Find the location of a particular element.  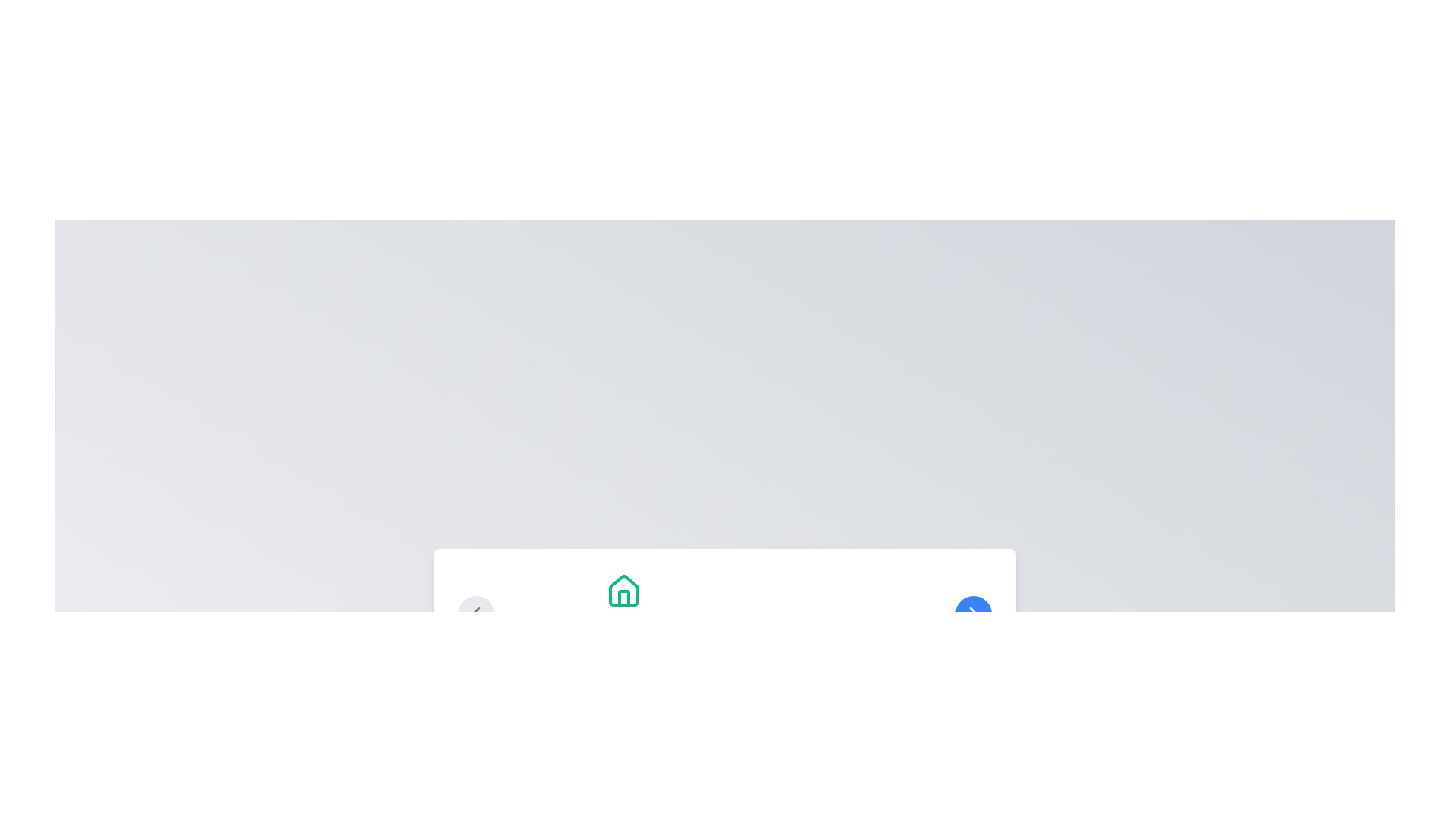

the right-facing arrow icon within the blue rounded button is located at coordinates (973, 614).